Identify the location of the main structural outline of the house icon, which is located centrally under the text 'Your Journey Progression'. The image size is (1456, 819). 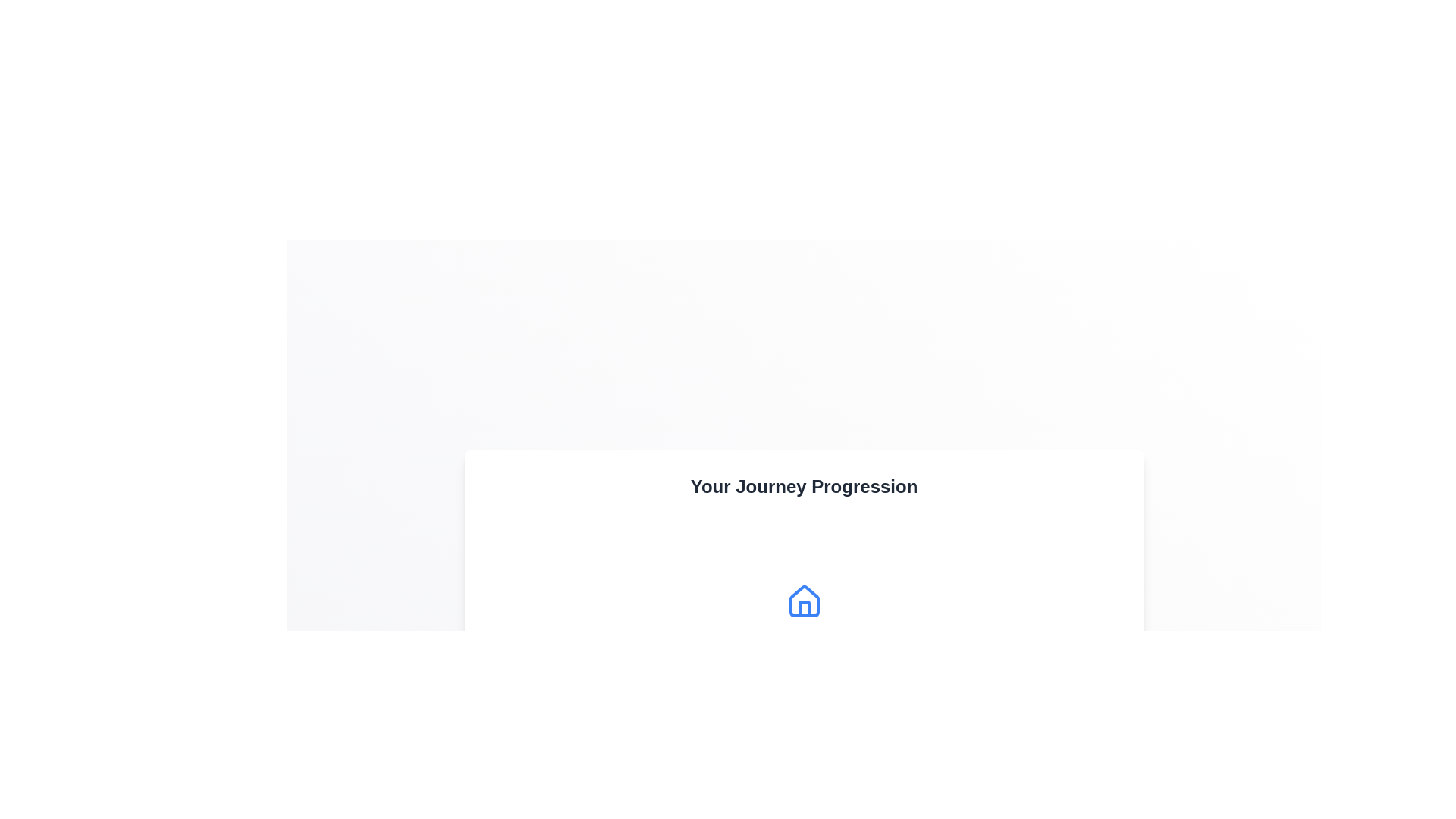
(803, 601).